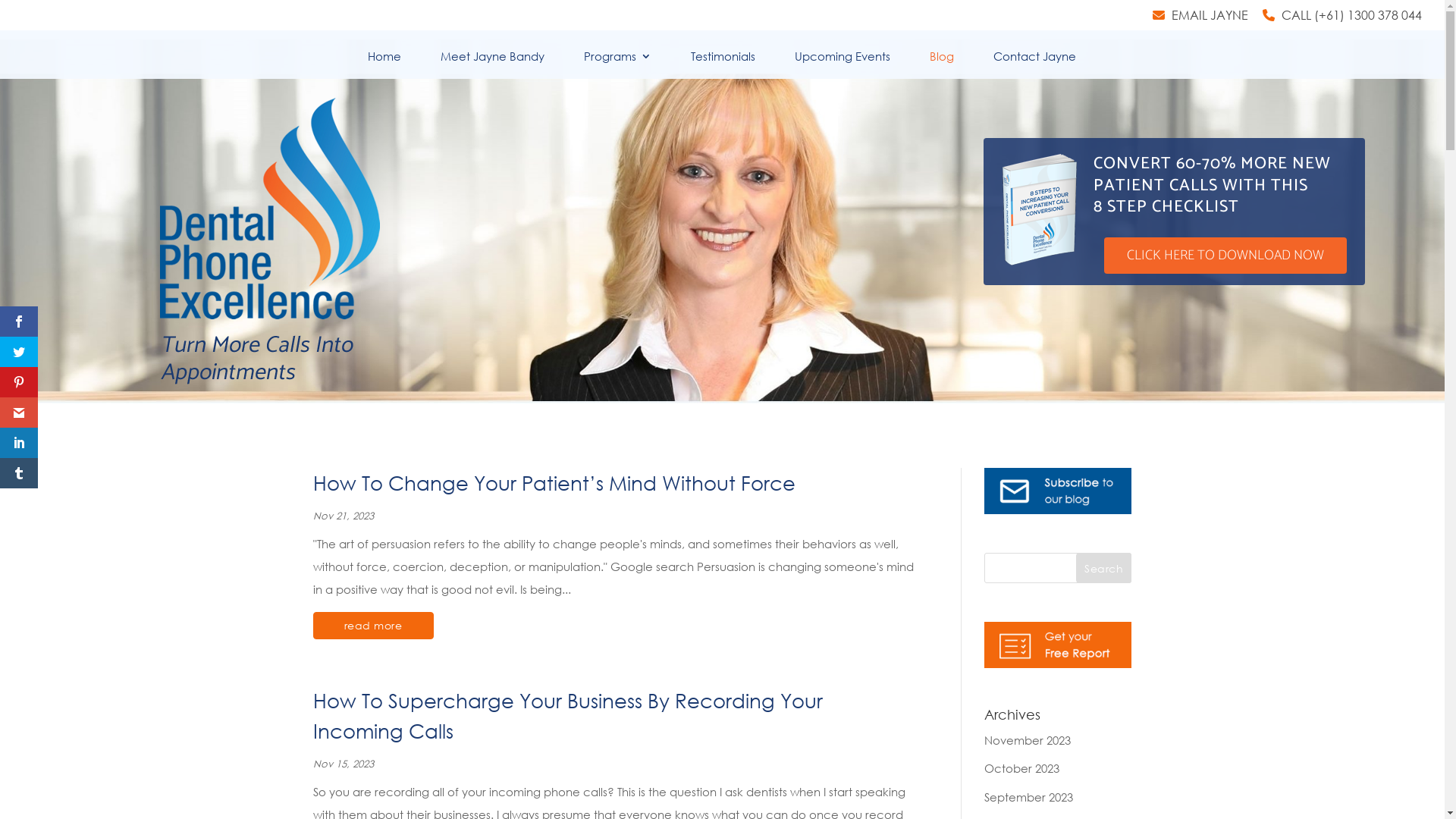  Describe the element at coordinates (1021, 768) in the screenshot. I see `'October 2023'` at that location.